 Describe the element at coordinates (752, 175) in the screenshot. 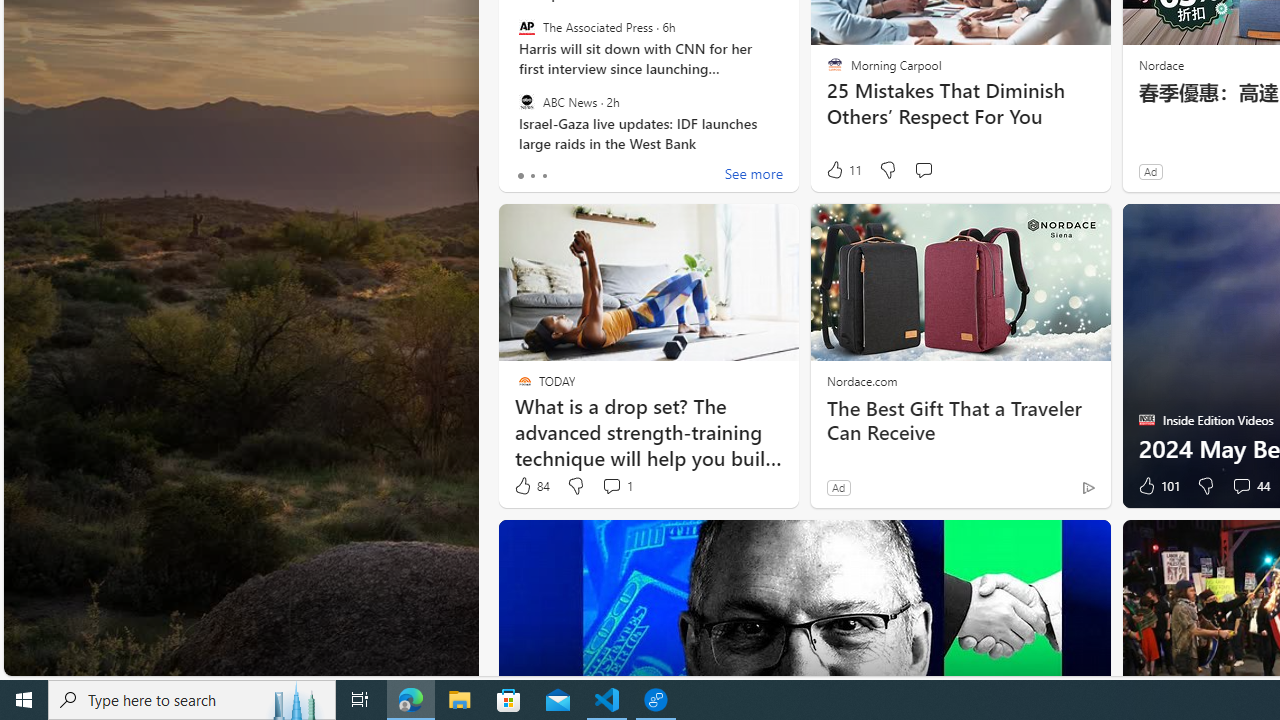

I see `'See more'` at that location.